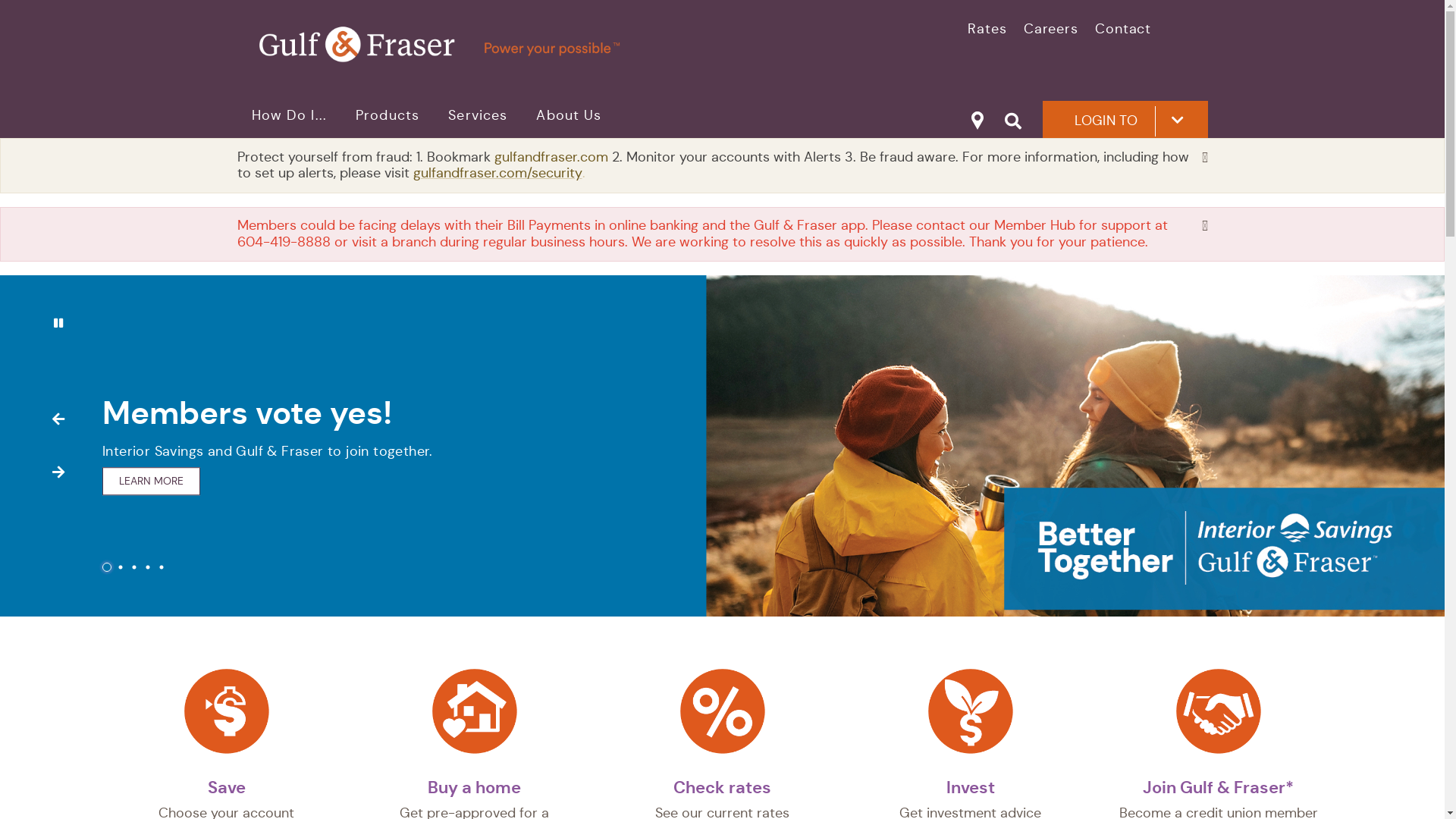 The image size is (1456, 819). I want to click on 'gulfandfraser.com/security', so click(412, 171).